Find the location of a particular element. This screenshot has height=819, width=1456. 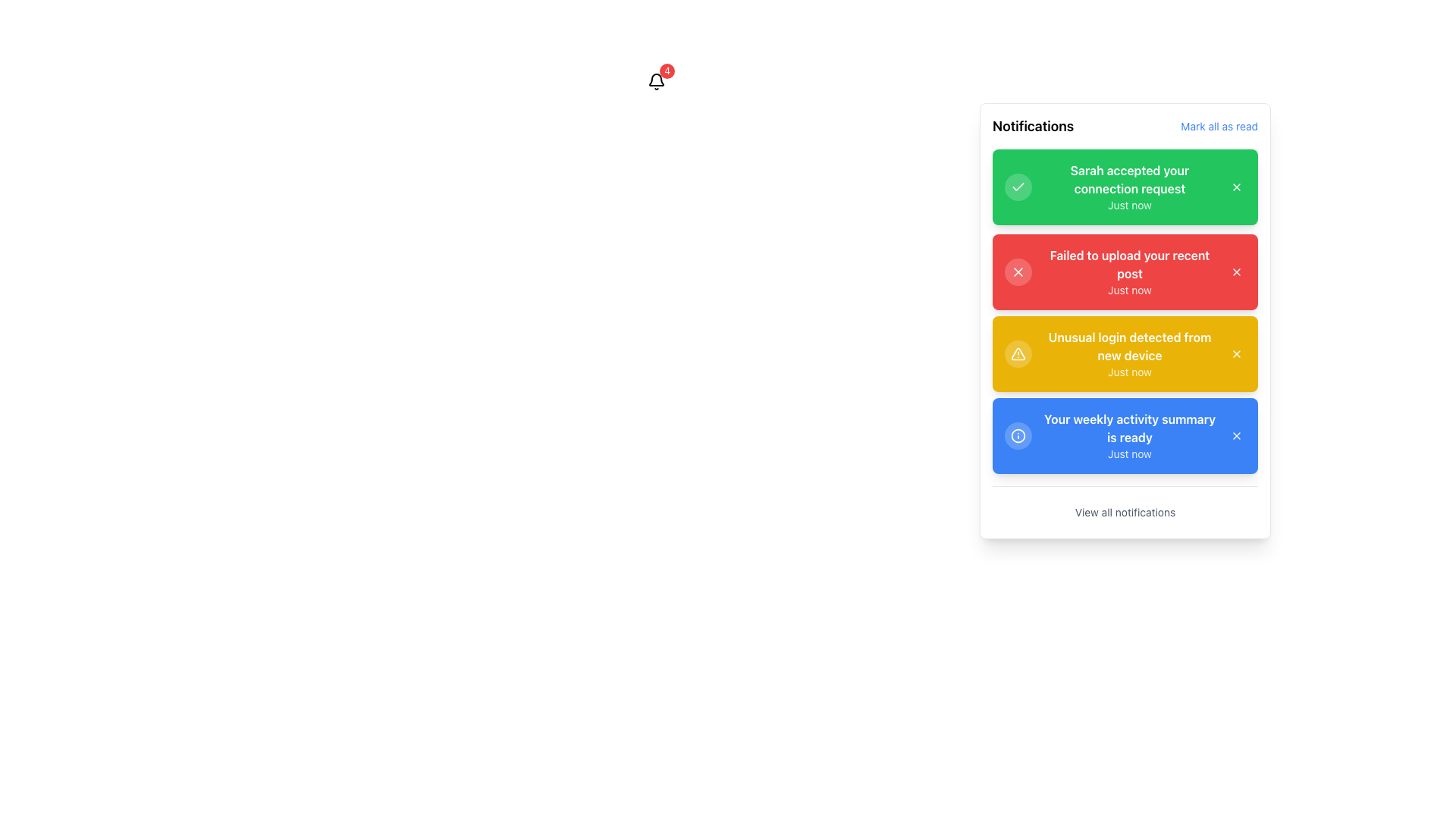

notification alert message located in the third notification card from the top in the notifications panel, above the smaller text saying 'Just now' is located at coordinates (1129, 346).